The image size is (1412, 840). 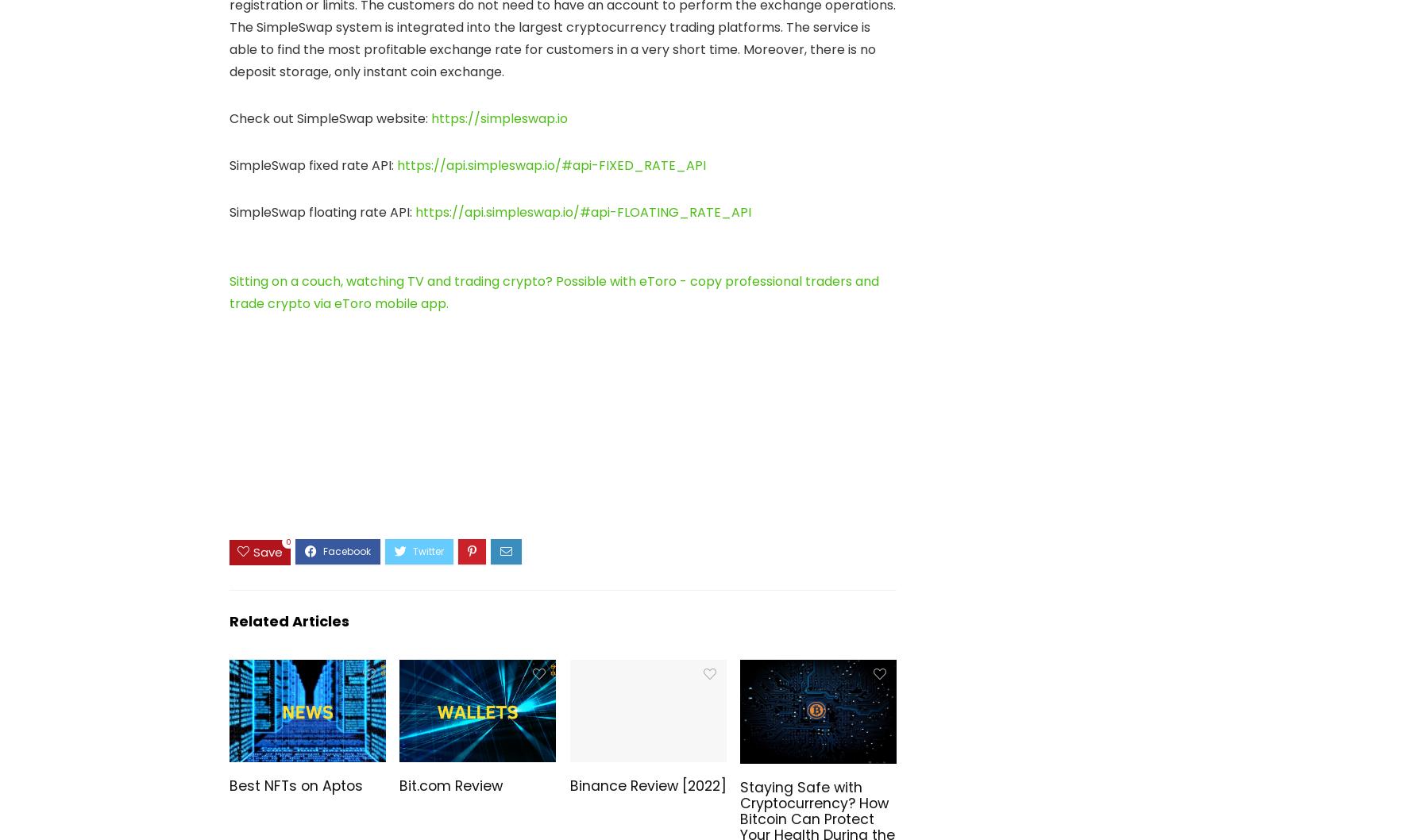 I want to click on 'SimpleSwap fixed rate API:', so click(x=313, y=165).